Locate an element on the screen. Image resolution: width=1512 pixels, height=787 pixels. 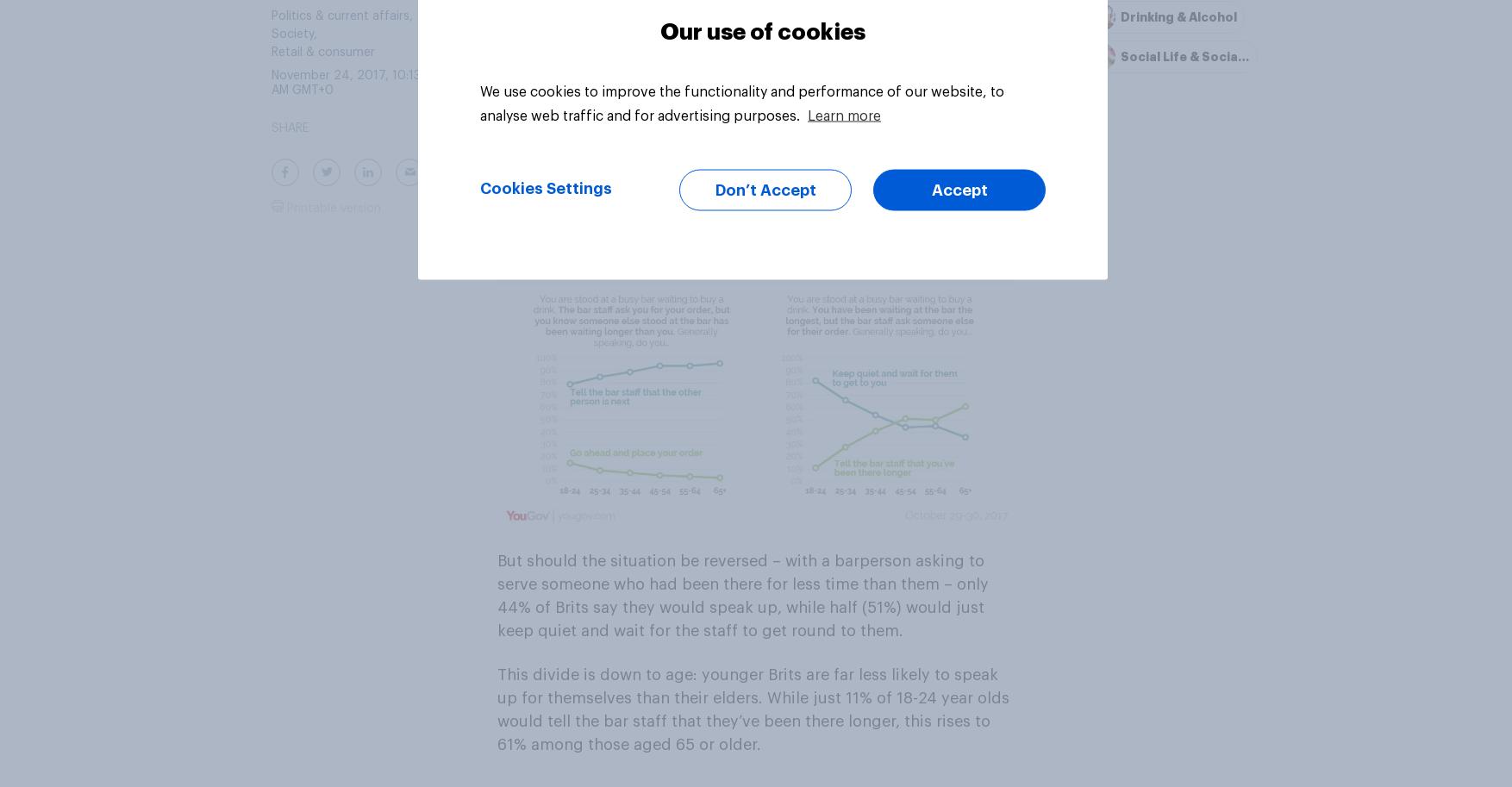
'Social Life & Socializing' is located at coordinates (1121, 56).